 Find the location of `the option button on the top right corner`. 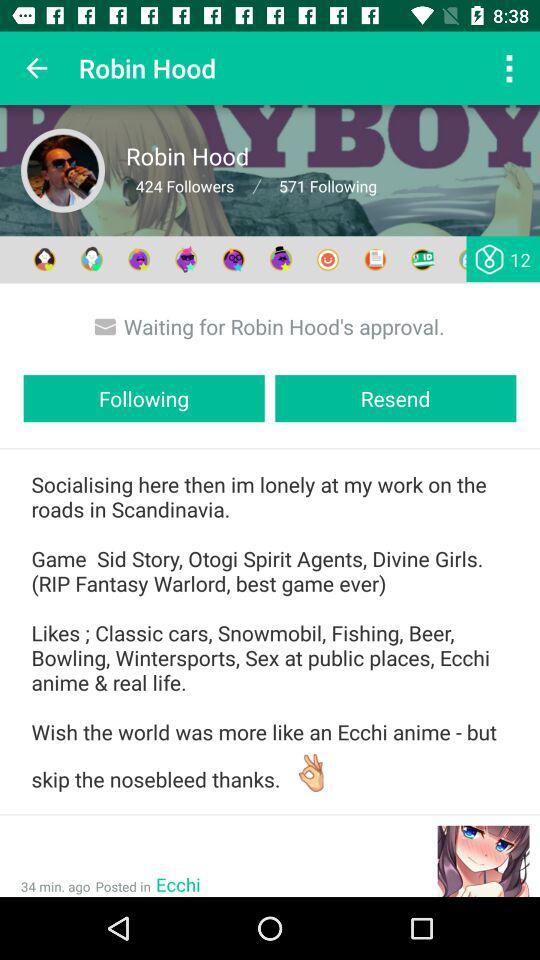

the option button on the top right corner is located at coordinates (508, 68).